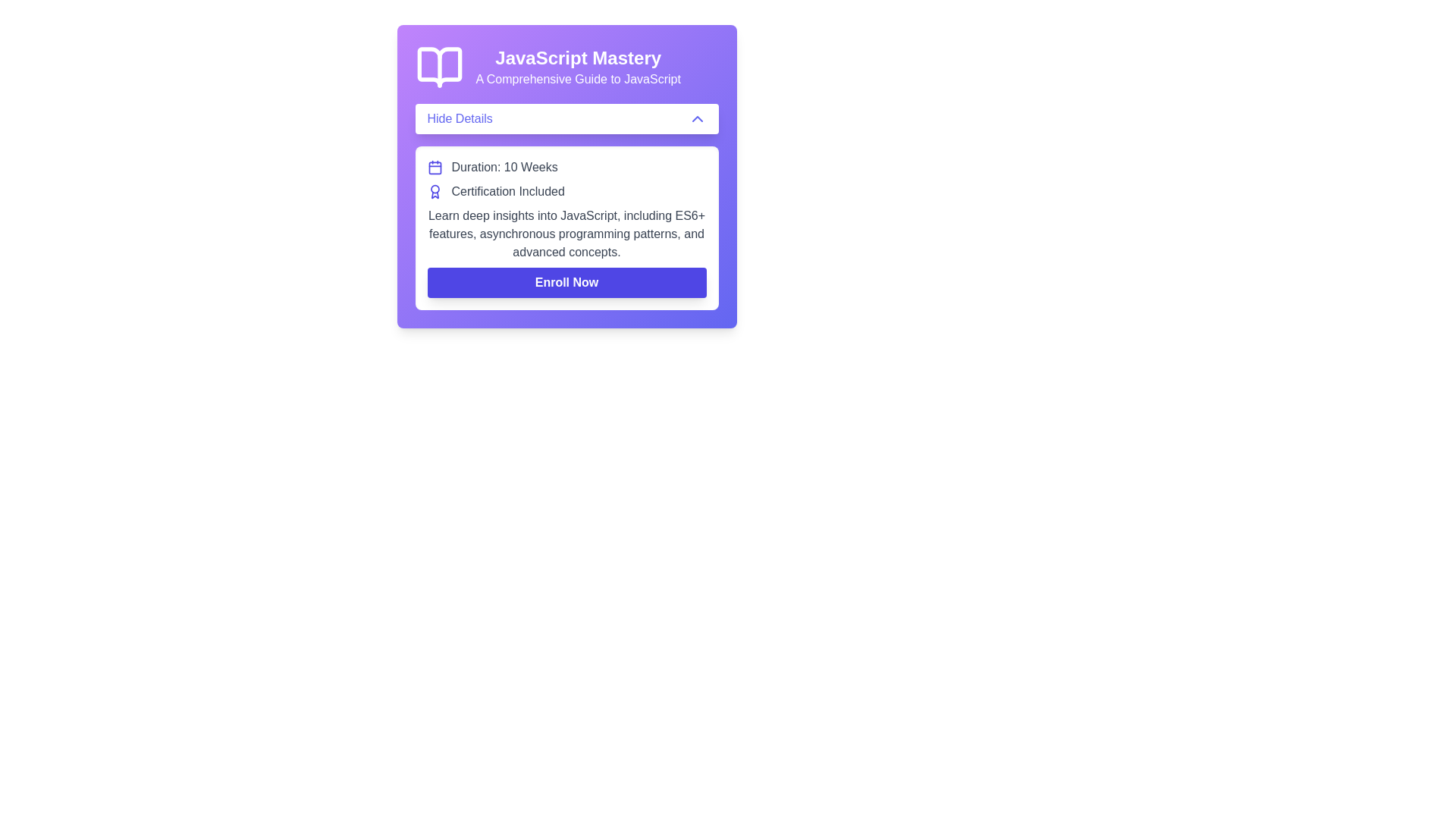 This screenshot has height=819, width=1456. I want to click on the stylized book icon located in the top-left section of the card interface for 'JavaScript Mastery' to use it as part of the card's navigation, so click(438, 66).